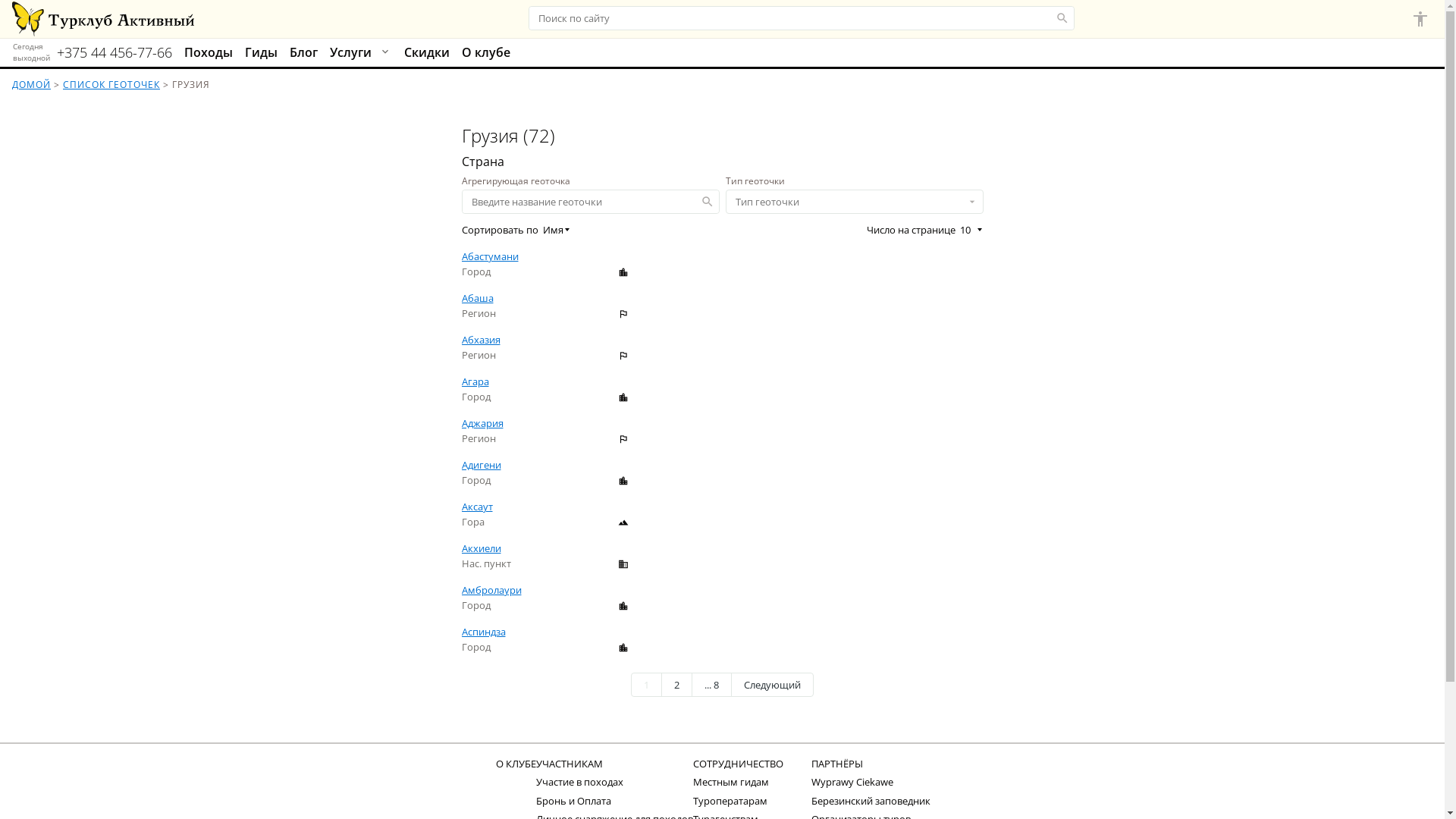  I want to click on '... 8', so click(711, 684).